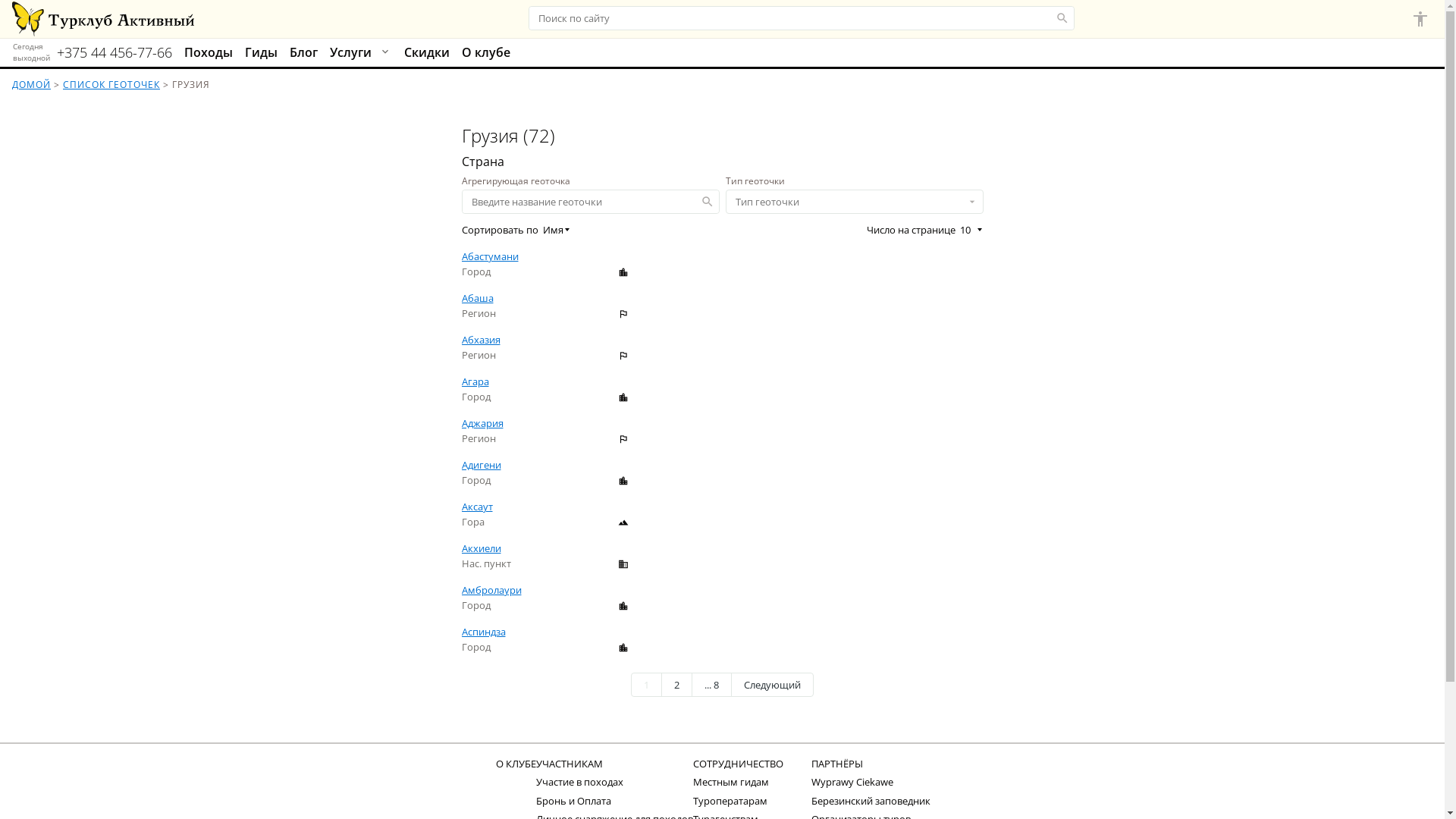  I want to click on '... 8', so click(711, 684).